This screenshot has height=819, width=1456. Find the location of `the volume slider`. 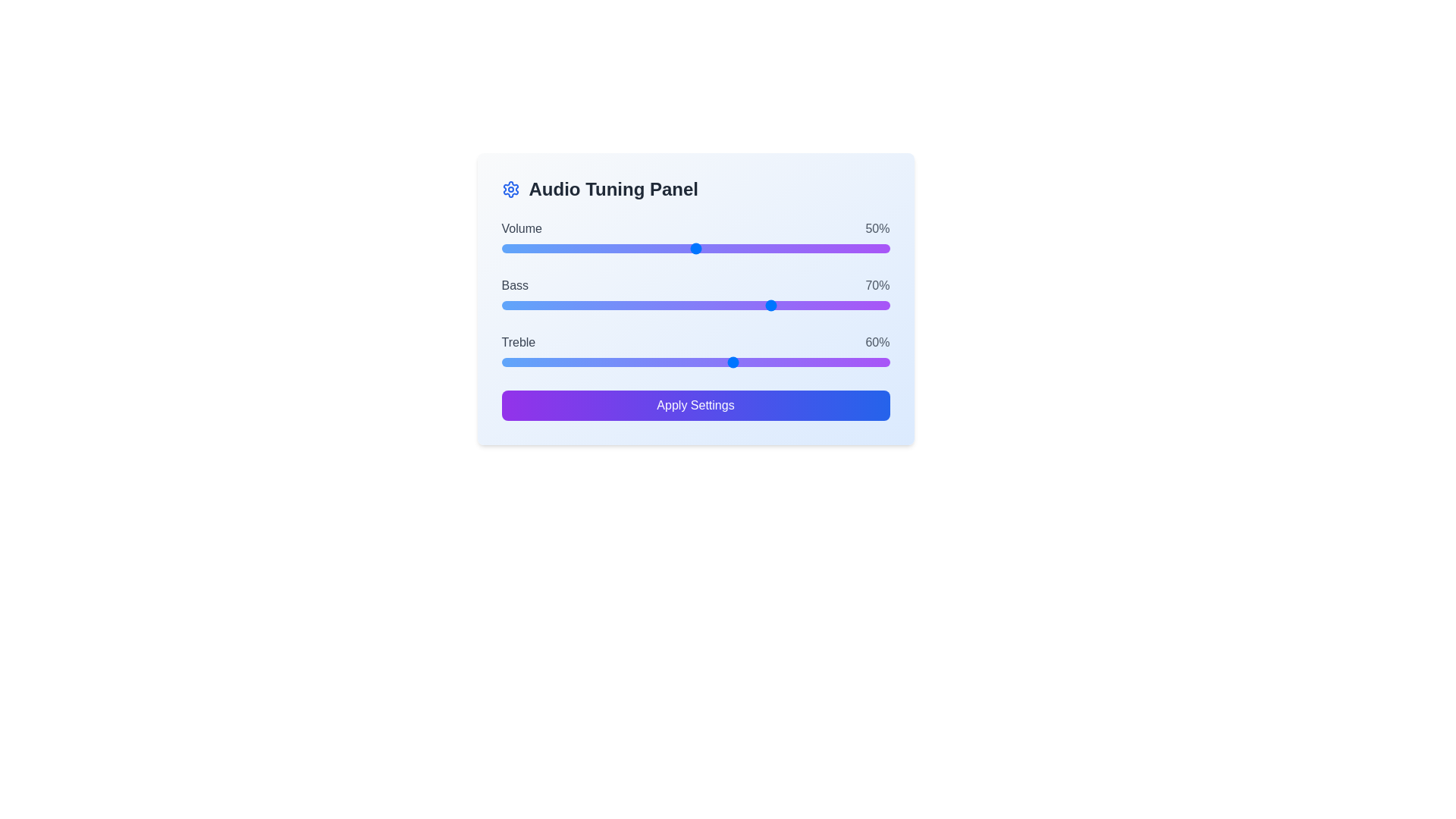

the volume slider is located at coordinates (614, 247).